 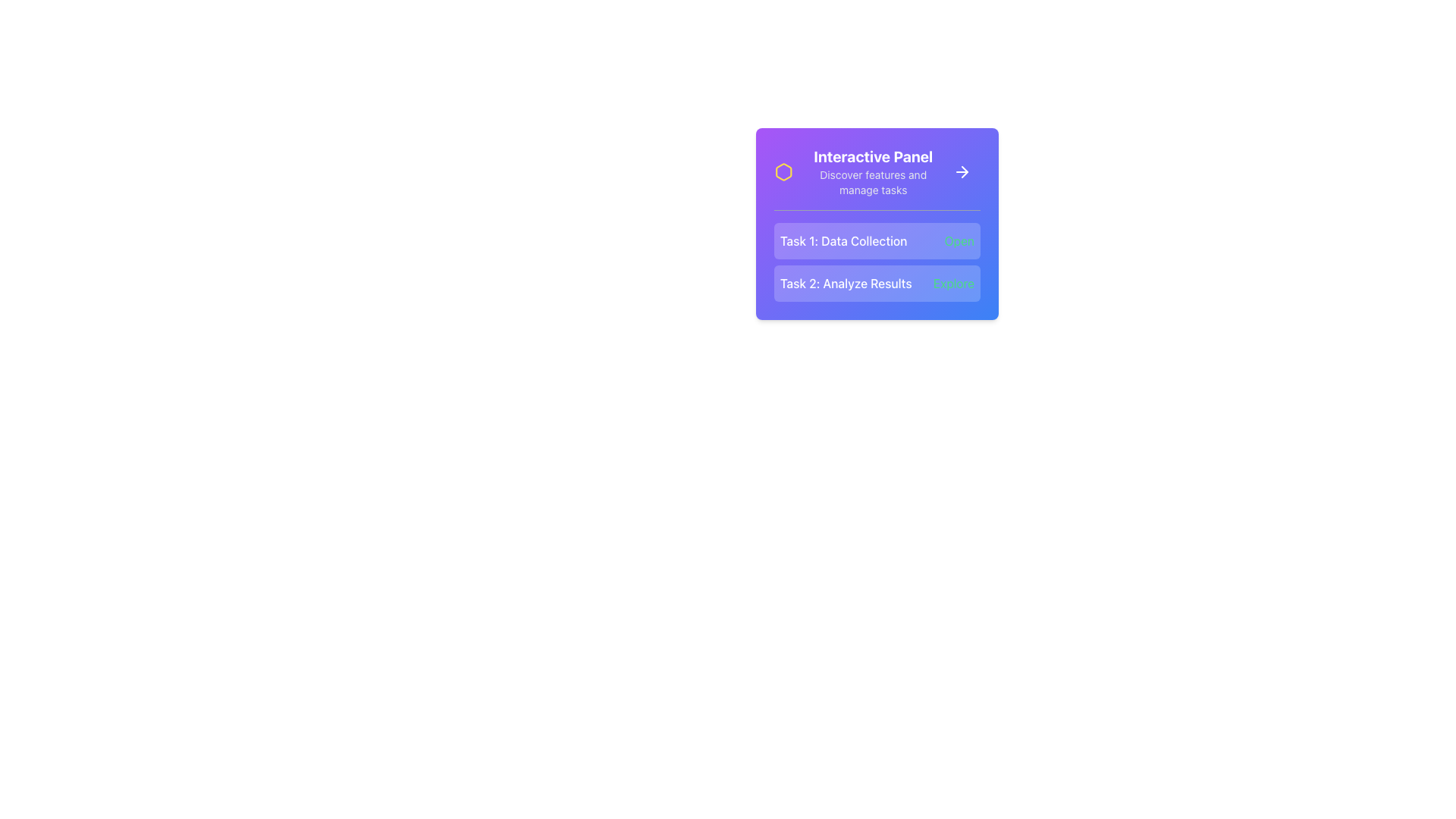 What do you see at coordinates (783, 171) in the screenshot?
I see `the decorative SVG icon located in the top left section of the 'Interactive Panel', adjacent to the panel's textual header` at bounding box center [783, 171].